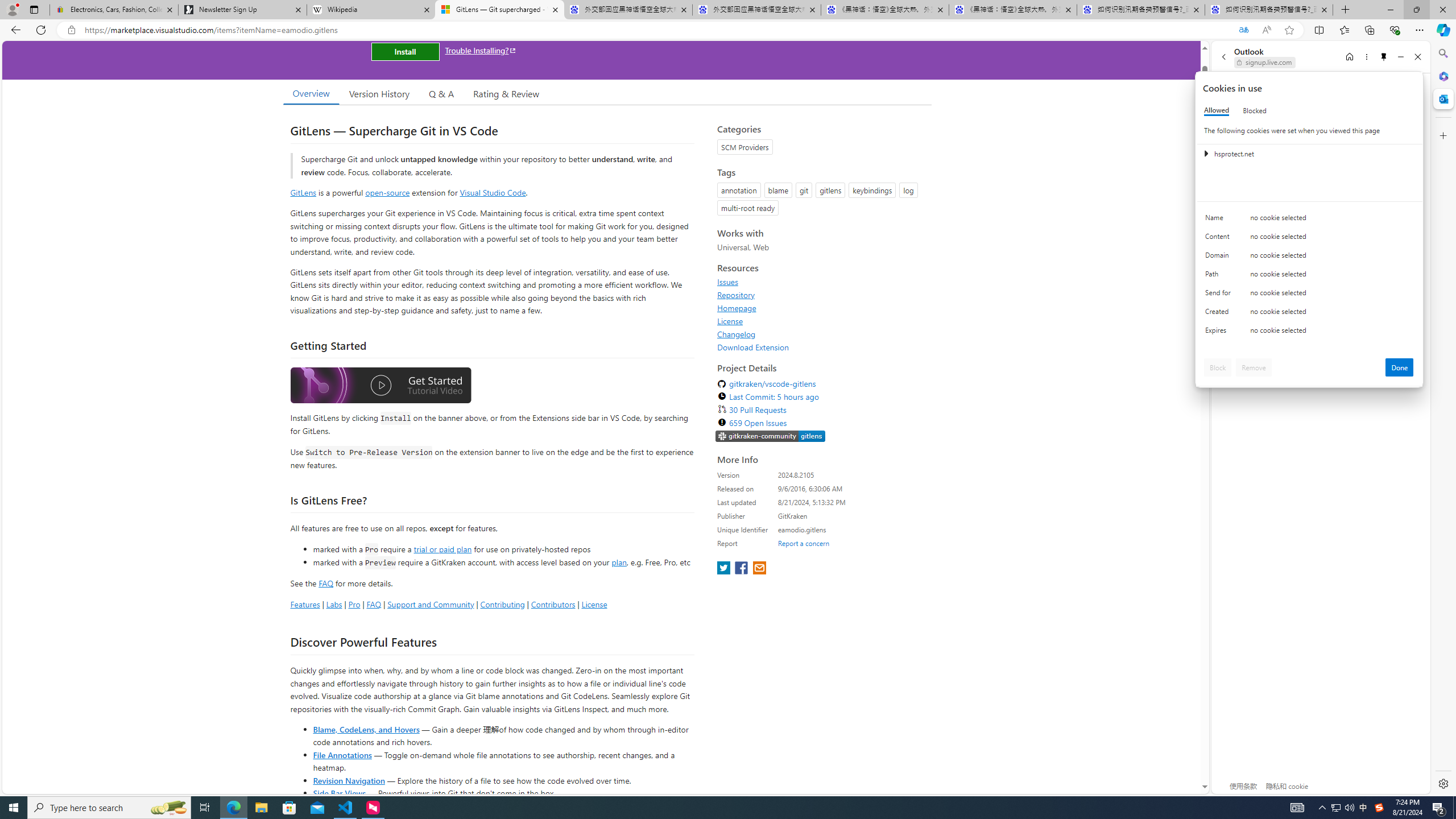  What do you see at coordinates (1400, 367) in the screenshot?
I see `'Done'` at bounding box center [1400, 367].